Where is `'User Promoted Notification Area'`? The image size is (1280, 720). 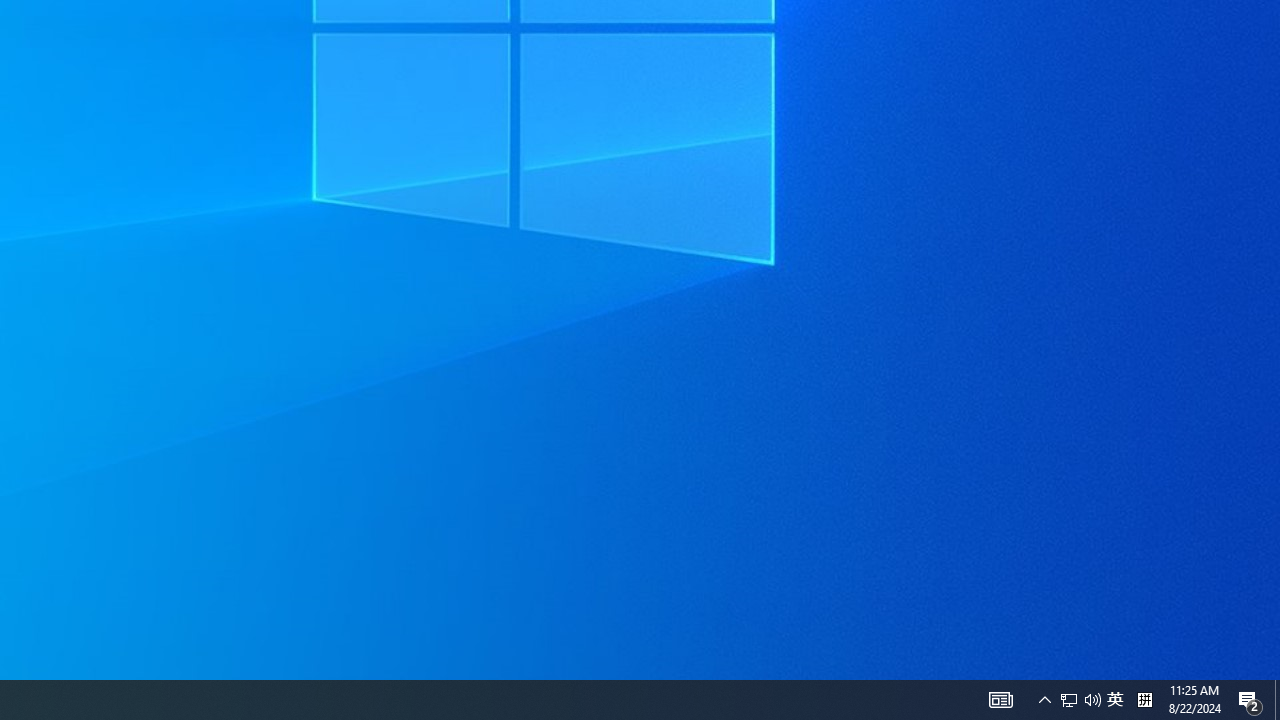
'User Promoted Notification Area' is located at coordinates (1068, 698).